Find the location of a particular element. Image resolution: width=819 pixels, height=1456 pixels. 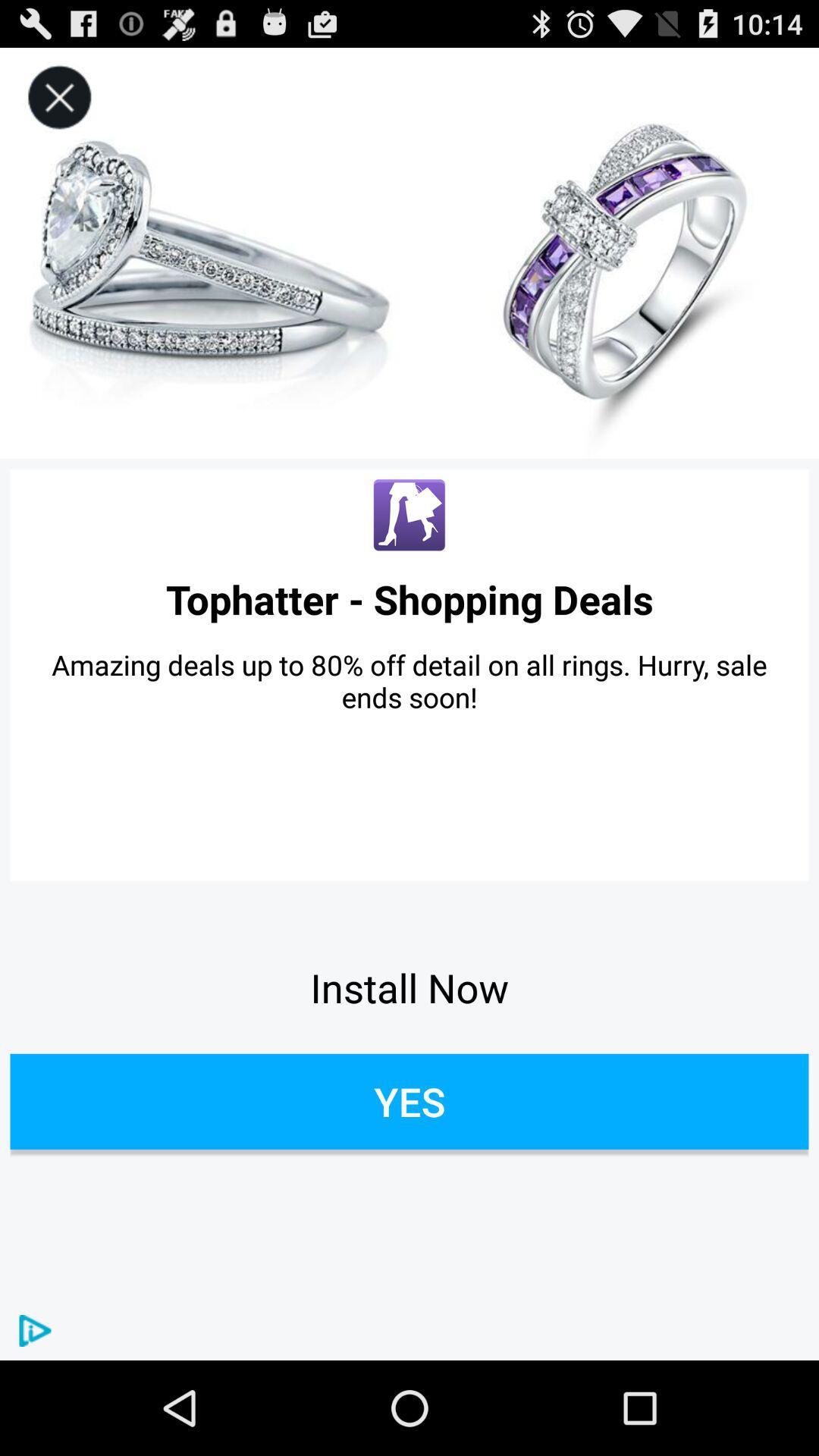

the yes icon is located at coordinates (409, 1101).